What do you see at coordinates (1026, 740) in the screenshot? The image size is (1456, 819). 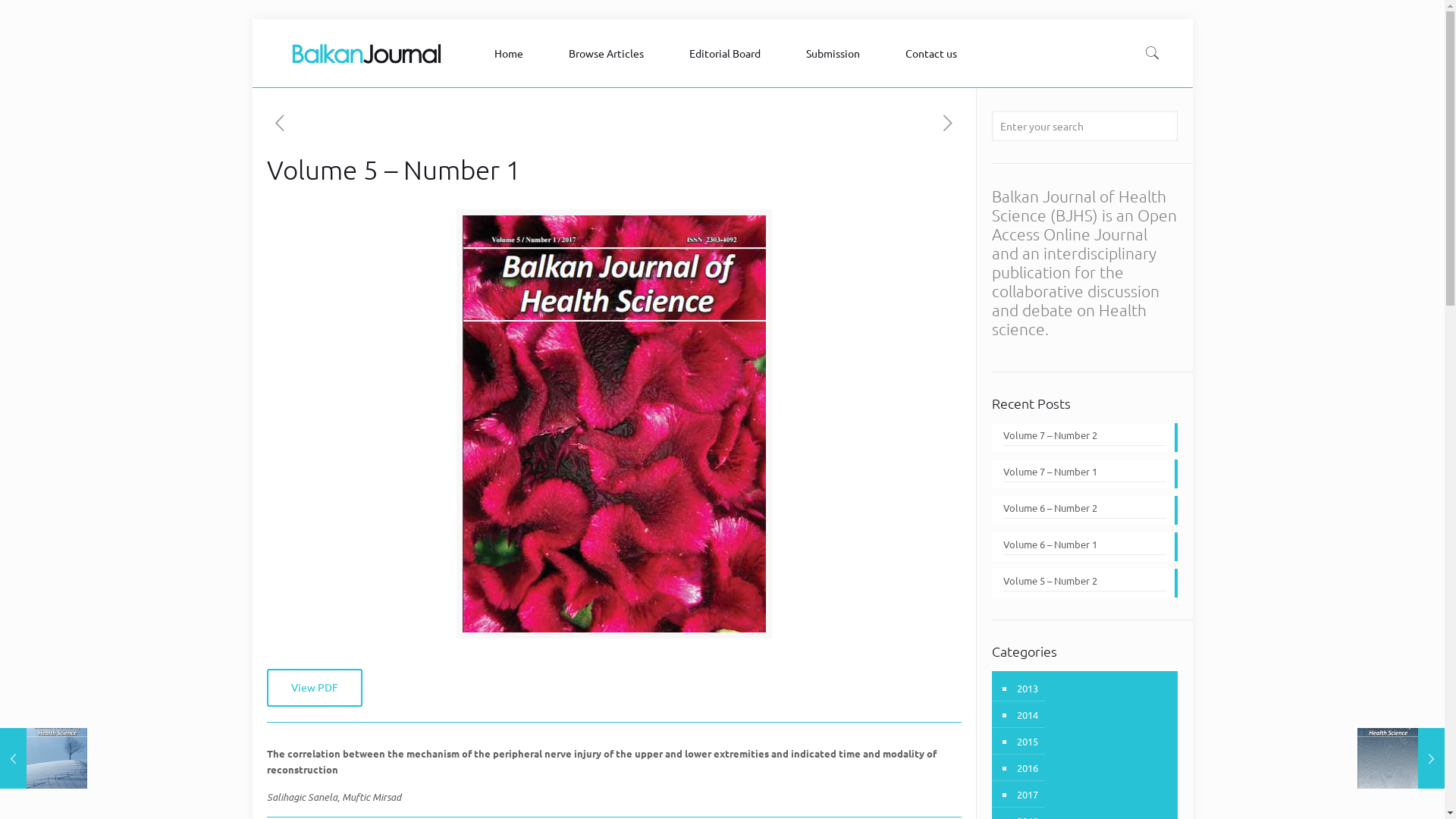 I see `'2015'` at bounding box center [1026, 740].